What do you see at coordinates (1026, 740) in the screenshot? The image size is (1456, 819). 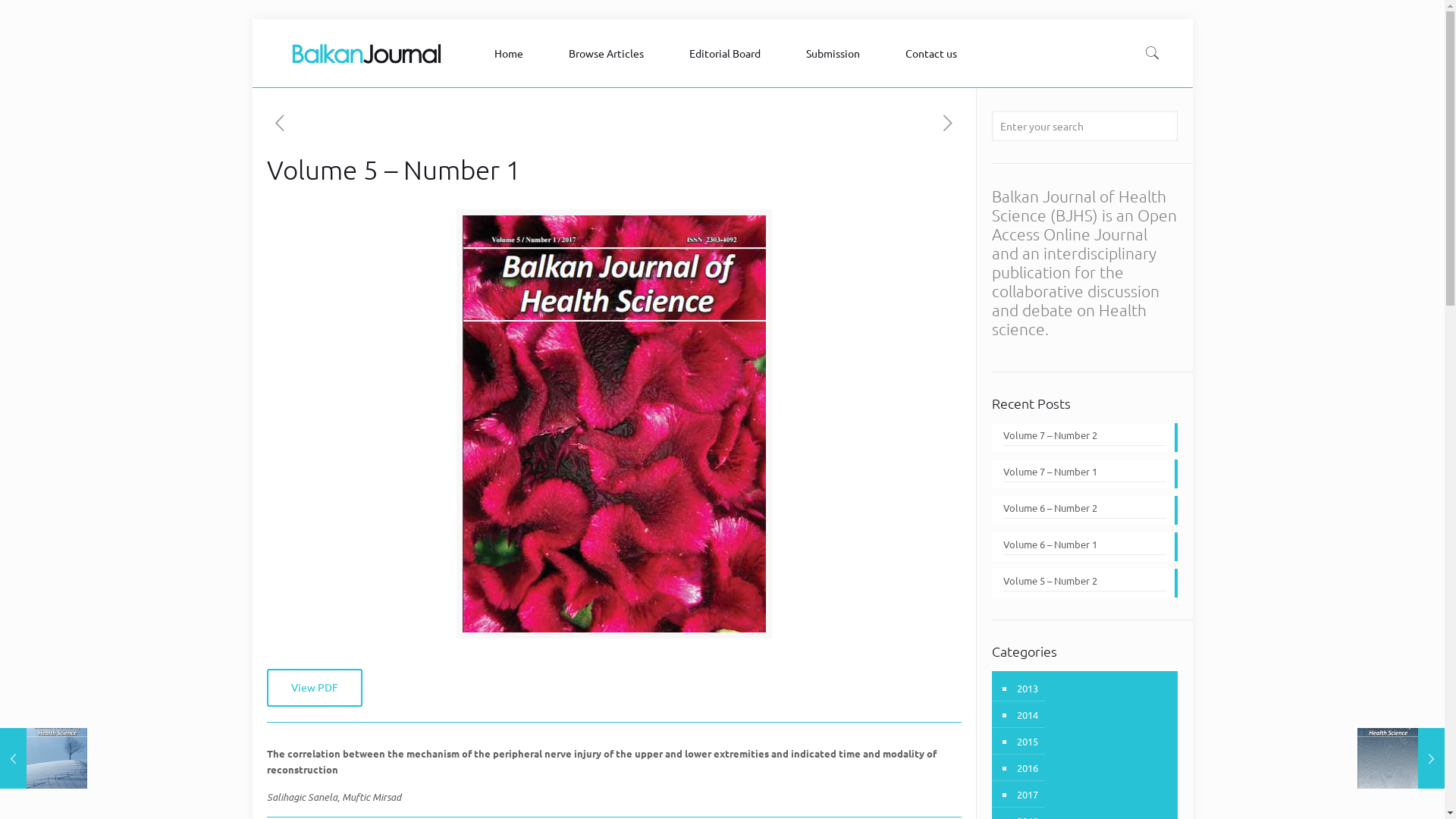 I see `'2015'` at bounding box center [1026, 740].